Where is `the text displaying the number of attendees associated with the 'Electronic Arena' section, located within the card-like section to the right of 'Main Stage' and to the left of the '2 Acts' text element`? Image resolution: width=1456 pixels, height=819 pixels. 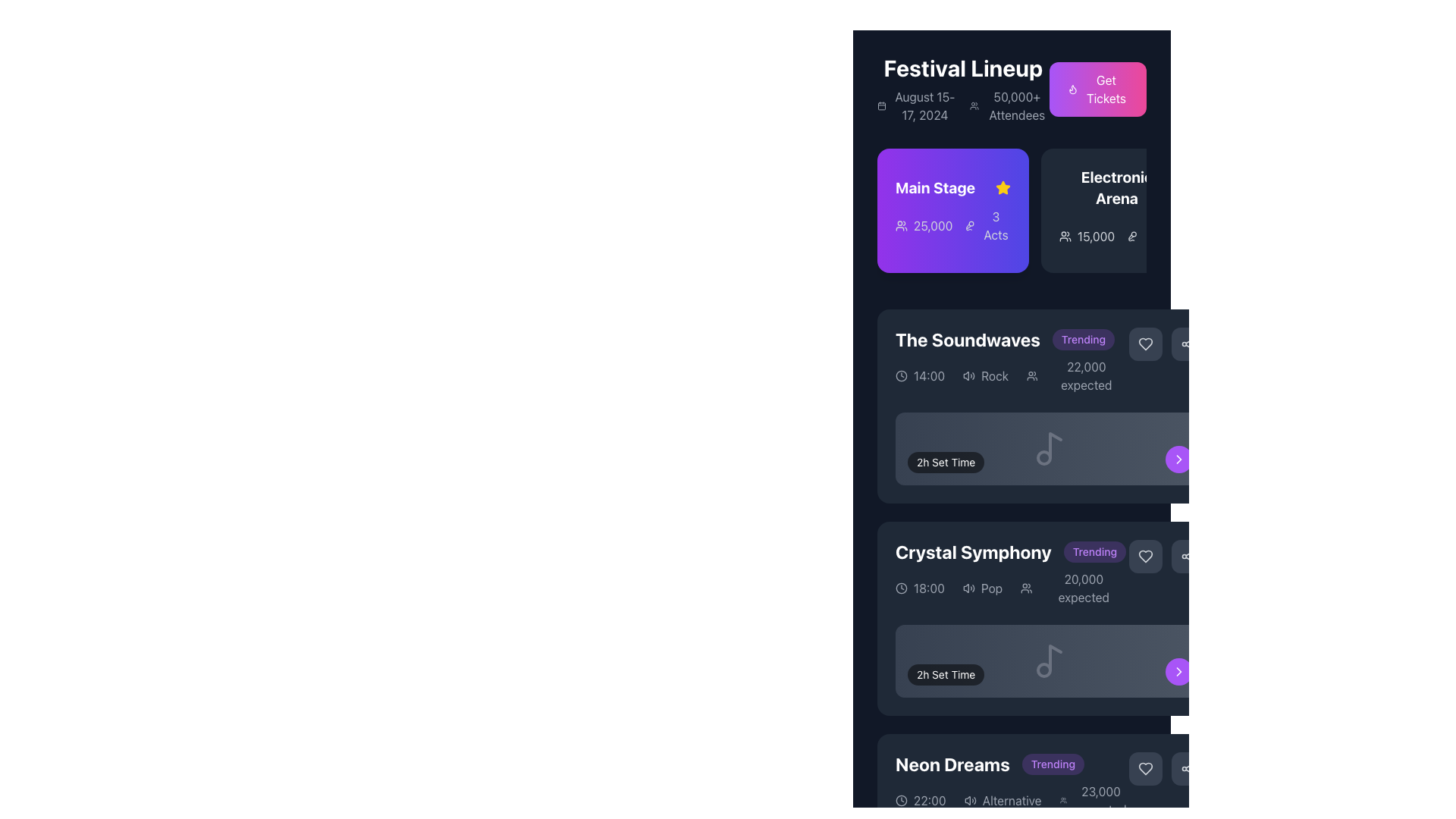
the text displaying the number of attendees associated with the 'Electronic Arena' section, located within the card-like section to the right of 'Main Stage' and to the left of the '2 Acts' text element is located at coordinates (1086, 237).